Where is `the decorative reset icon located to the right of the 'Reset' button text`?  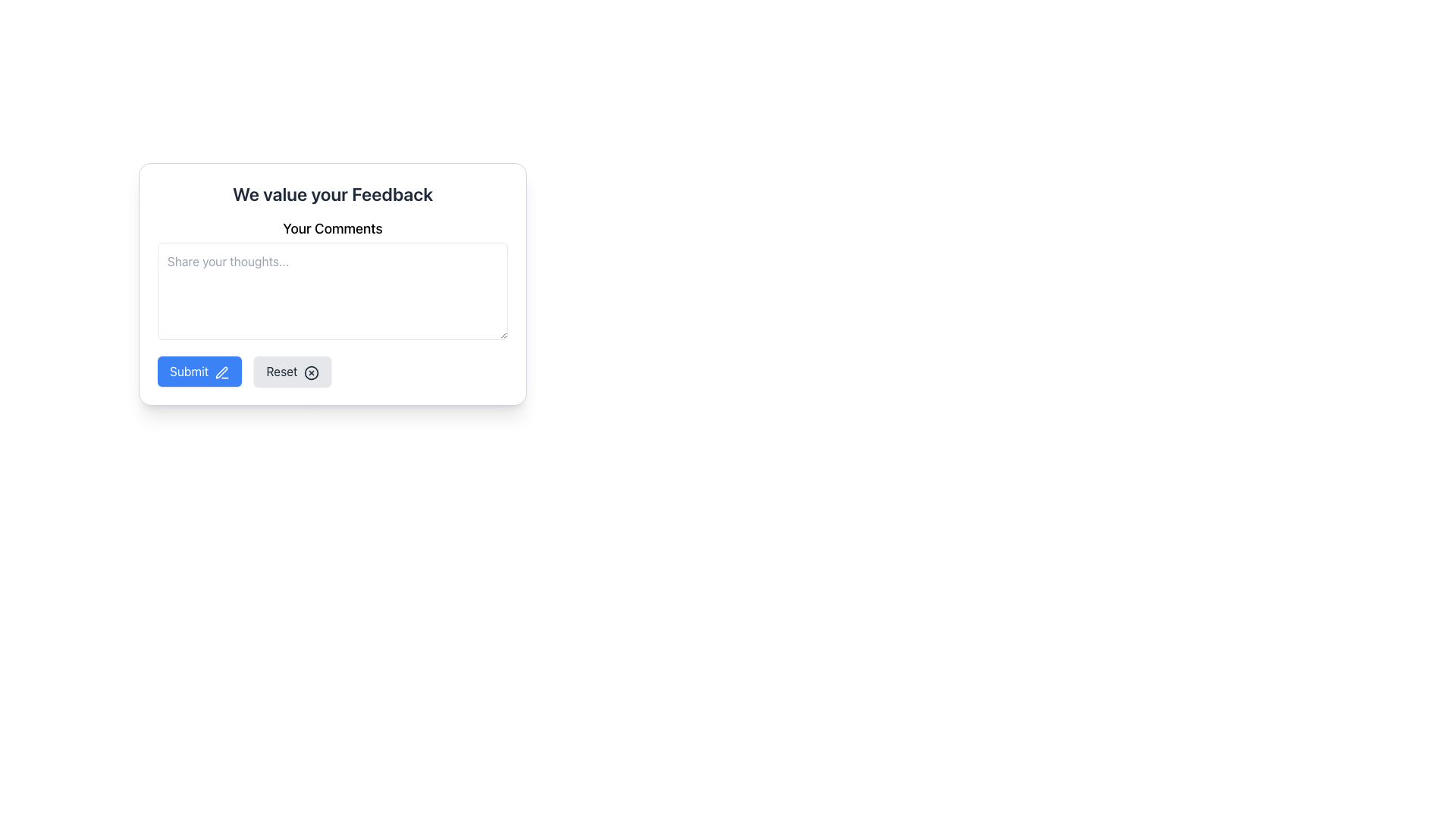
the decorative reset icon located to the right of the 'Reset' button text is located at coordinates (310, 372).